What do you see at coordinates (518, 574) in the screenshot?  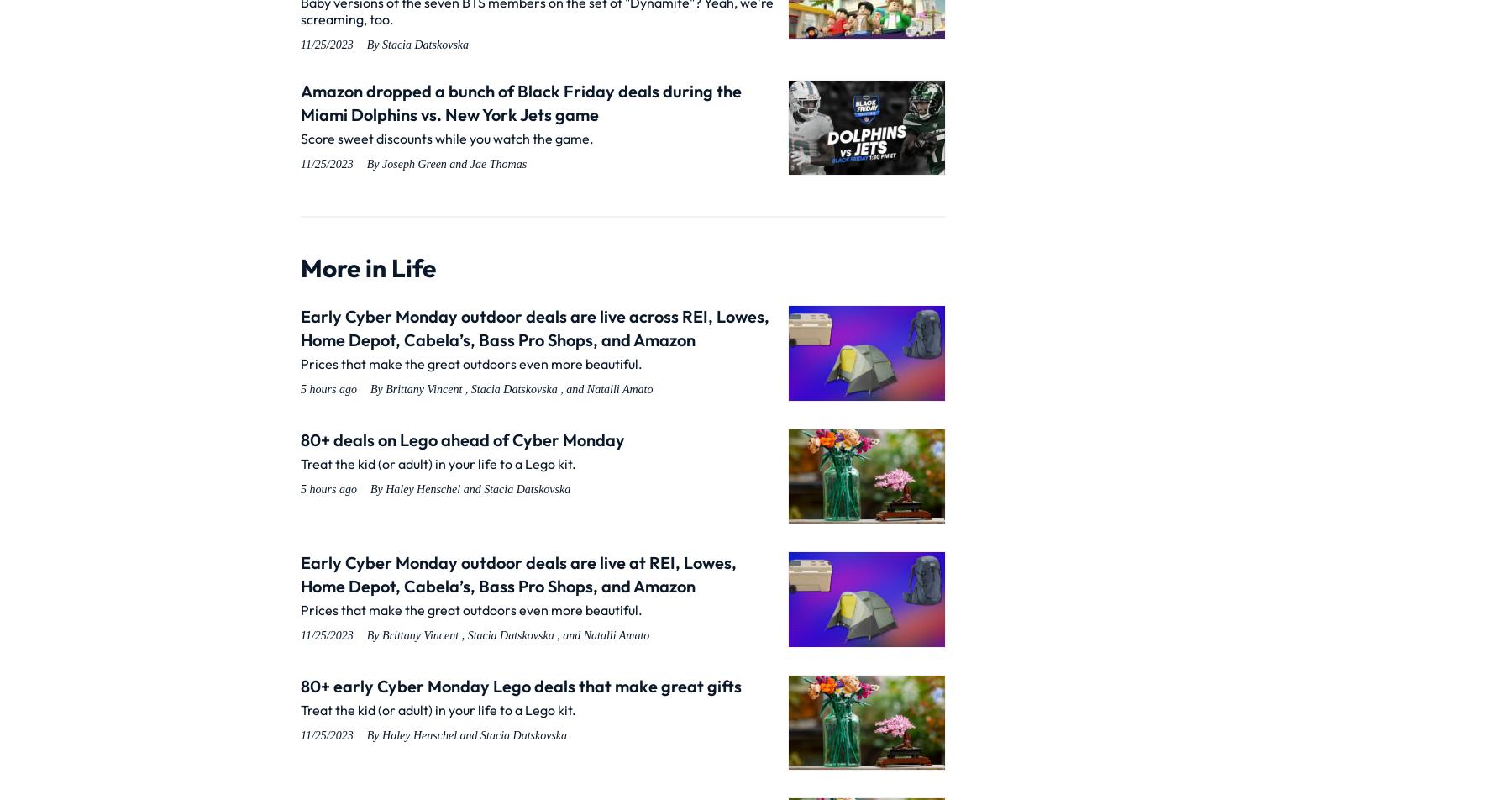 I see `'Early Cyber Monday outdoor deals are live at REI, Lowes, Home Depot, Cabela’s, Bass Pro Shops, and Amazon'` at bounding box center [518, 574].